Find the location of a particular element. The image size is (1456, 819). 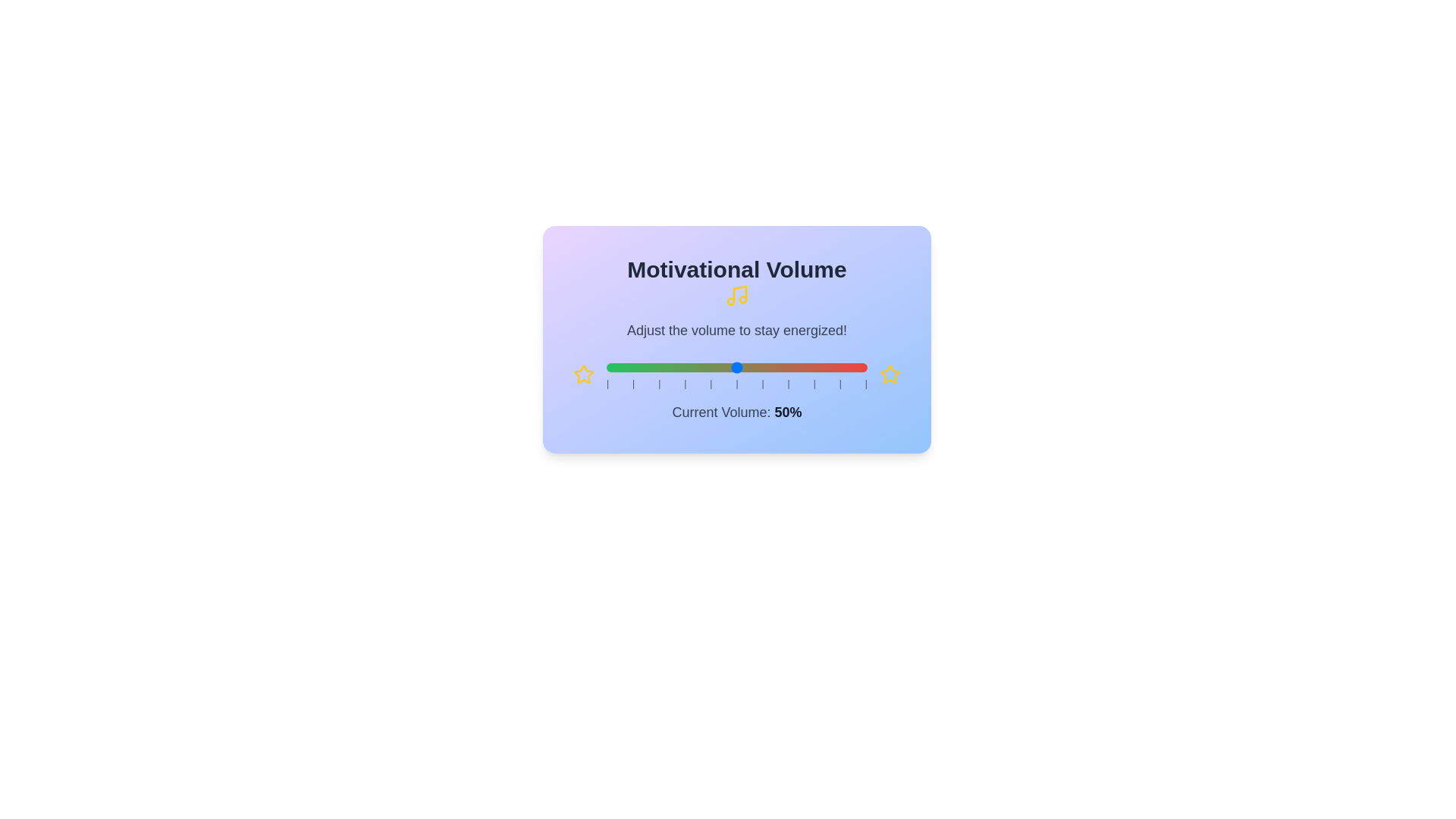

the volume slider to set the volume to 1% is located at coordinates (609, 368).